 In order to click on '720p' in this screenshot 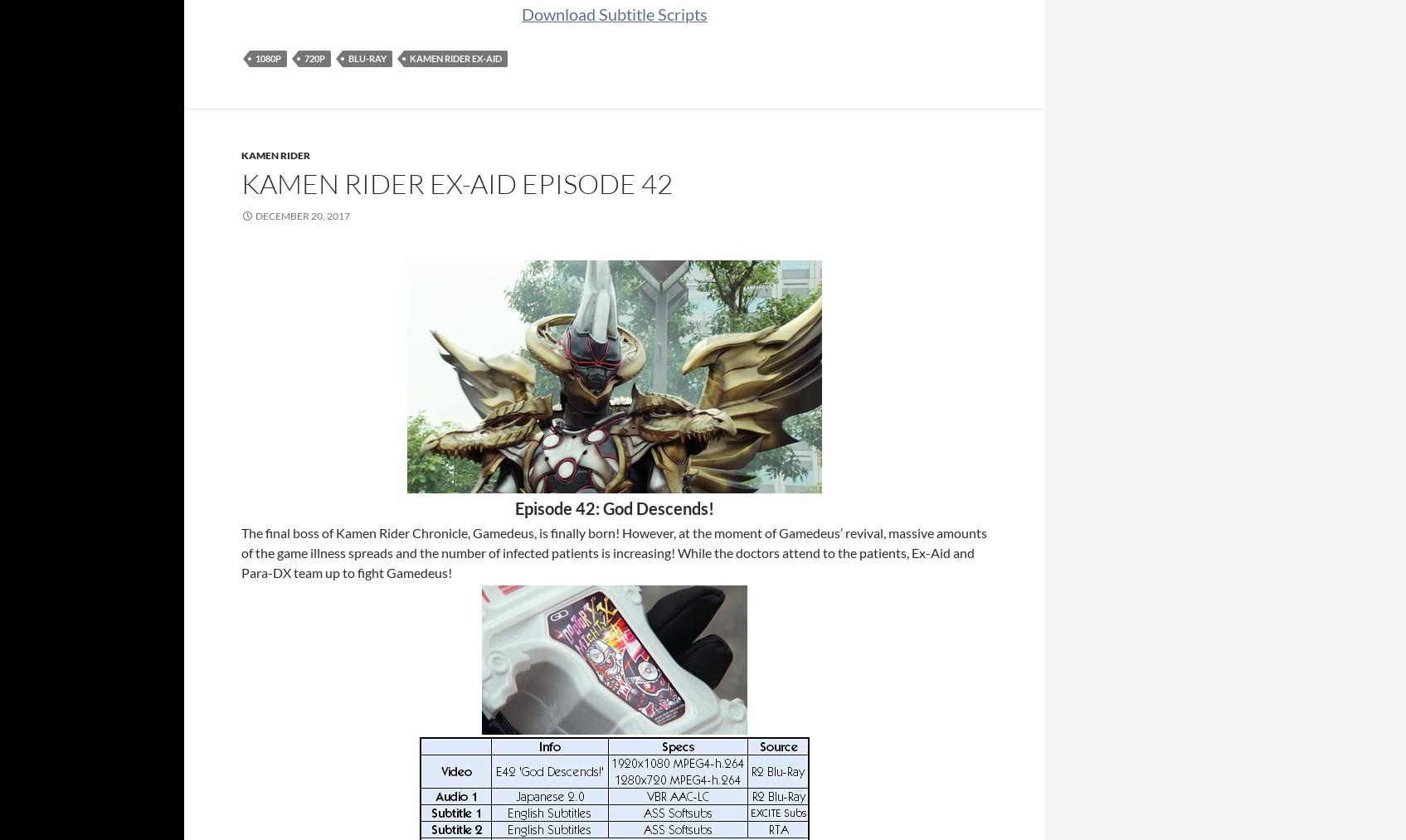, I will do `click(314, 57)`.